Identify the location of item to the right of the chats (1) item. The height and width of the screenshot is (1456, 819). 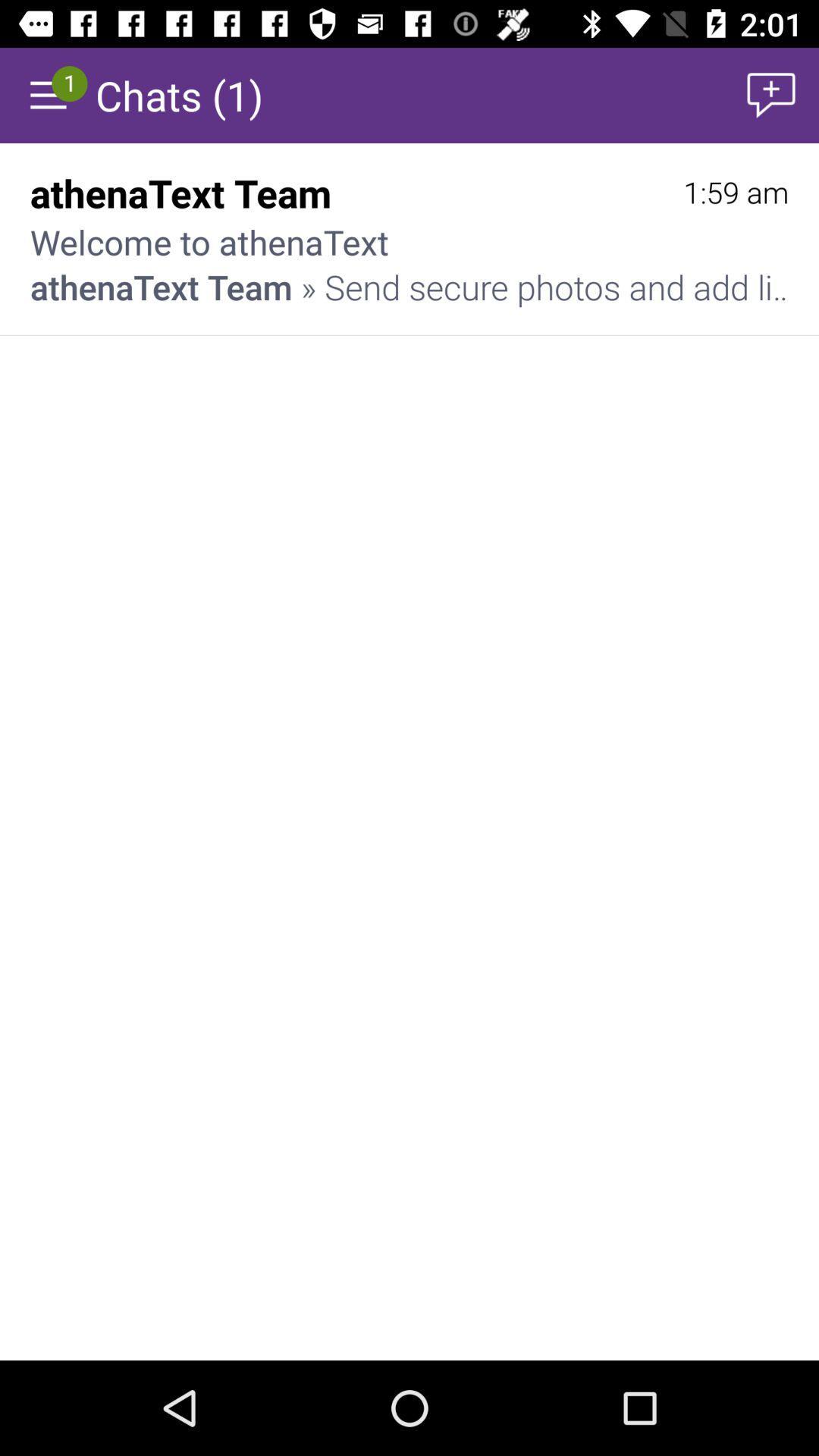
(771, 94).